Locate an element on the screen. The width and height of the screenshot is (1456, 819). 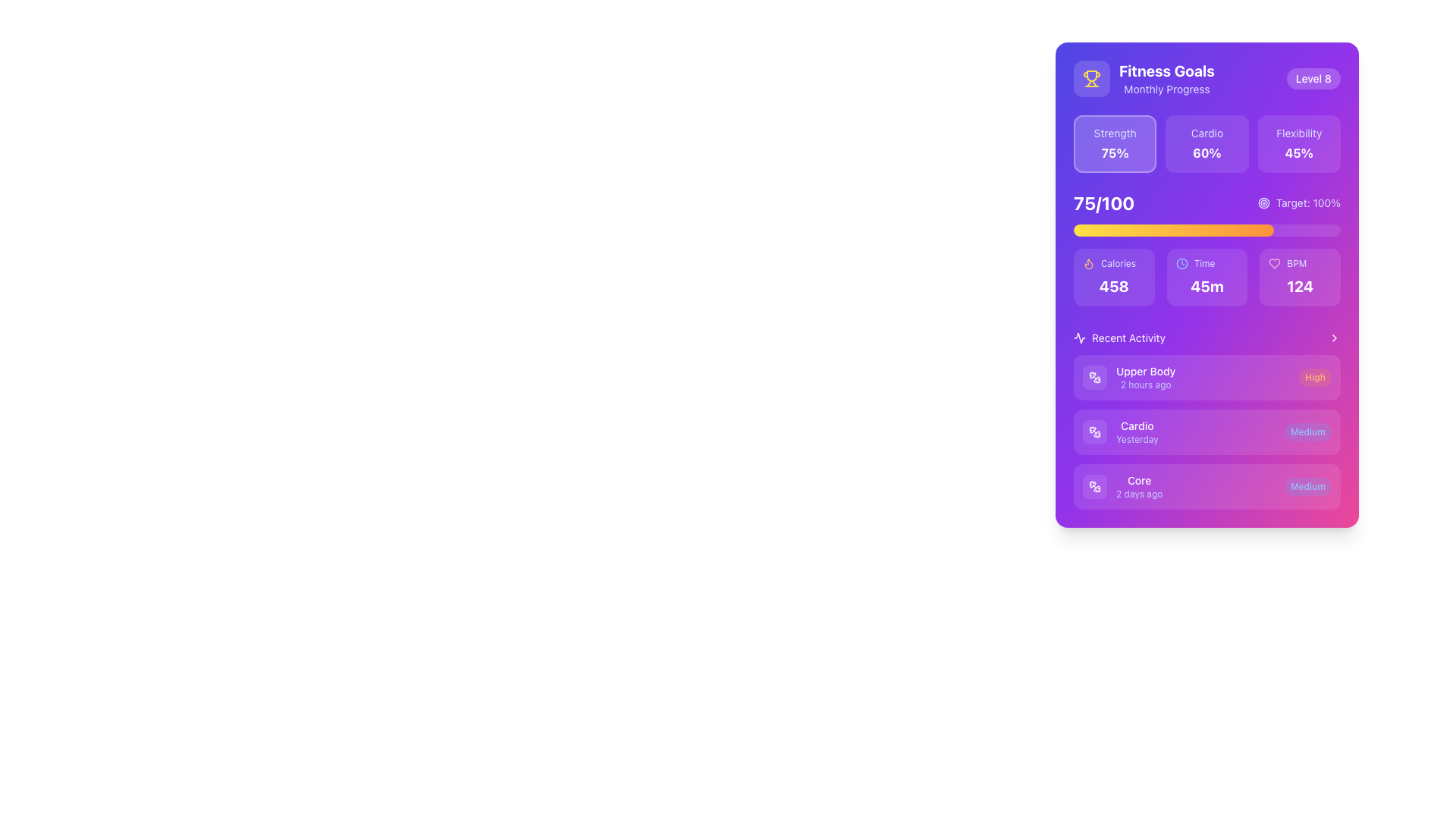
the 'Upper Body' activity icon located in the top-left corner of the 'Upper Body' activity pane within the 'Recent Activity' section for information is located at coordinates (1095, 376).